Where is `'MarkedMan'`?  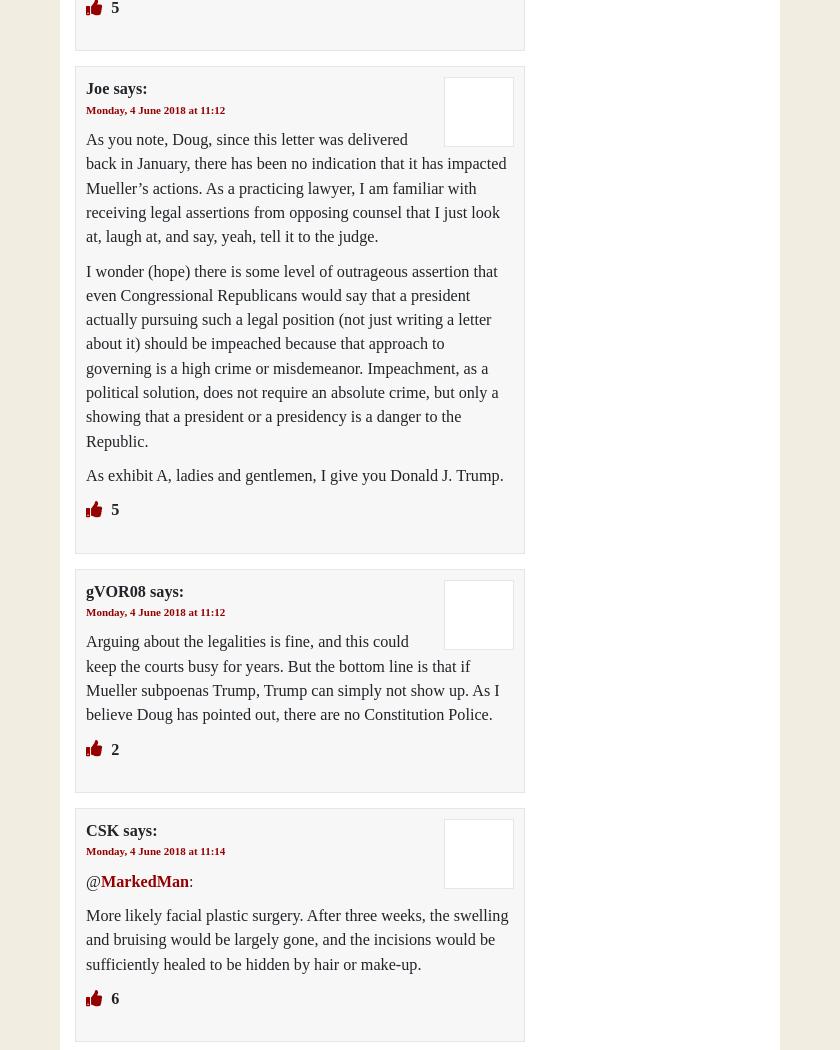
'MarkedMan' is located at coordinates (99, 879).